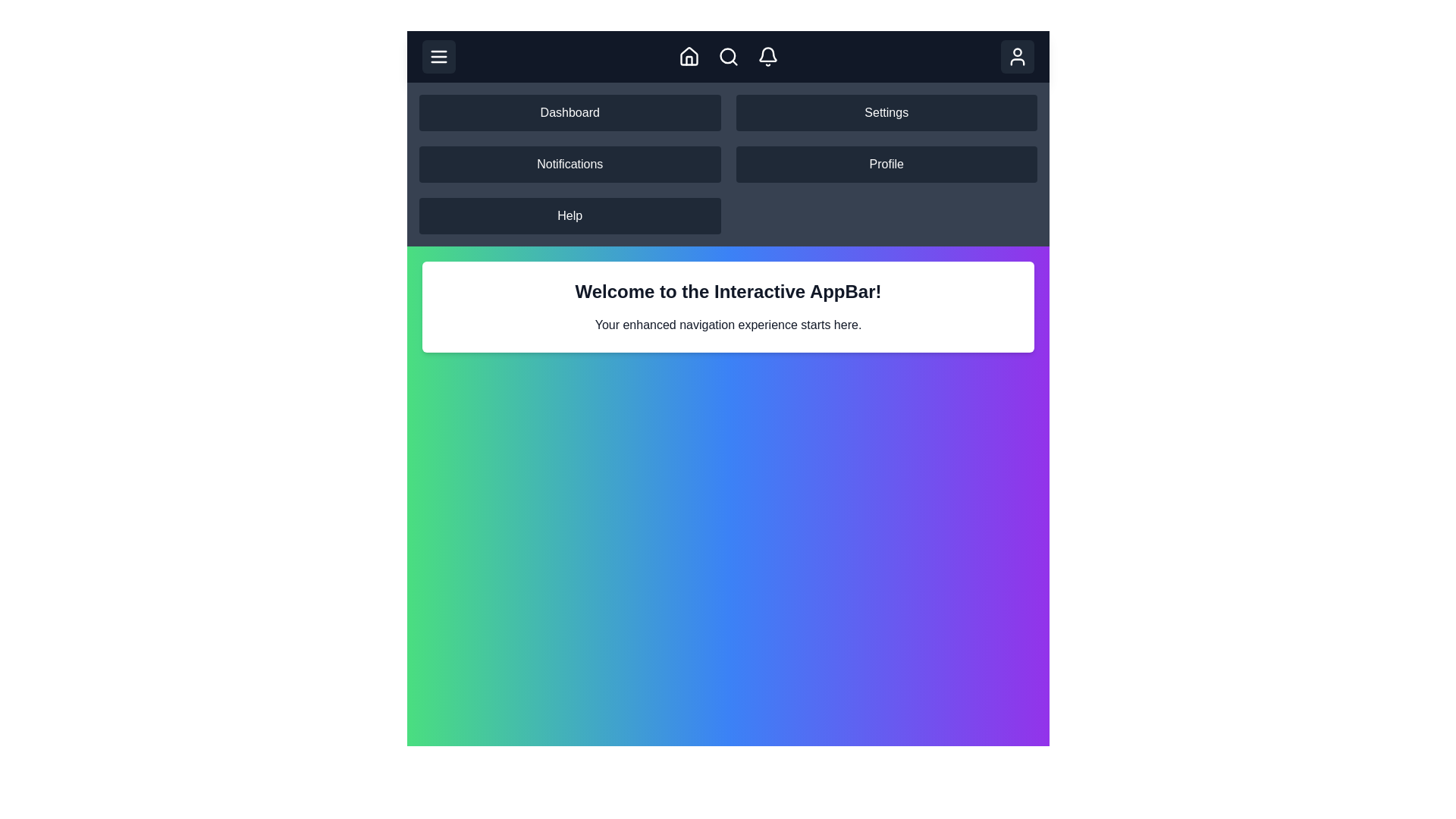 Image resolution: width=1456 pixels, height=819 pixels. Describe the element at coordinates (728, 55) in the screenshot. I see `the Search button in the navigation bar` at that location.